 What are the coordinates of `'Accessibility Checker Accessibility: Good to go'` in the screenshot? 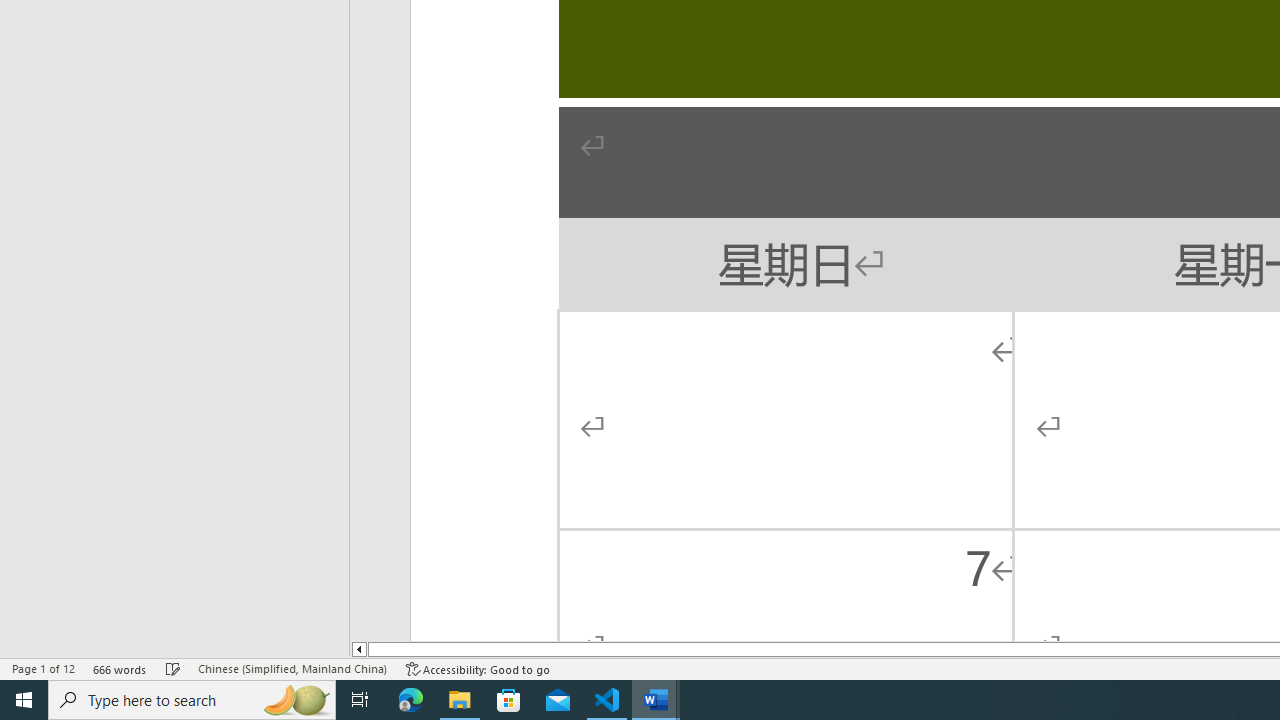 It's located at (477, 669).